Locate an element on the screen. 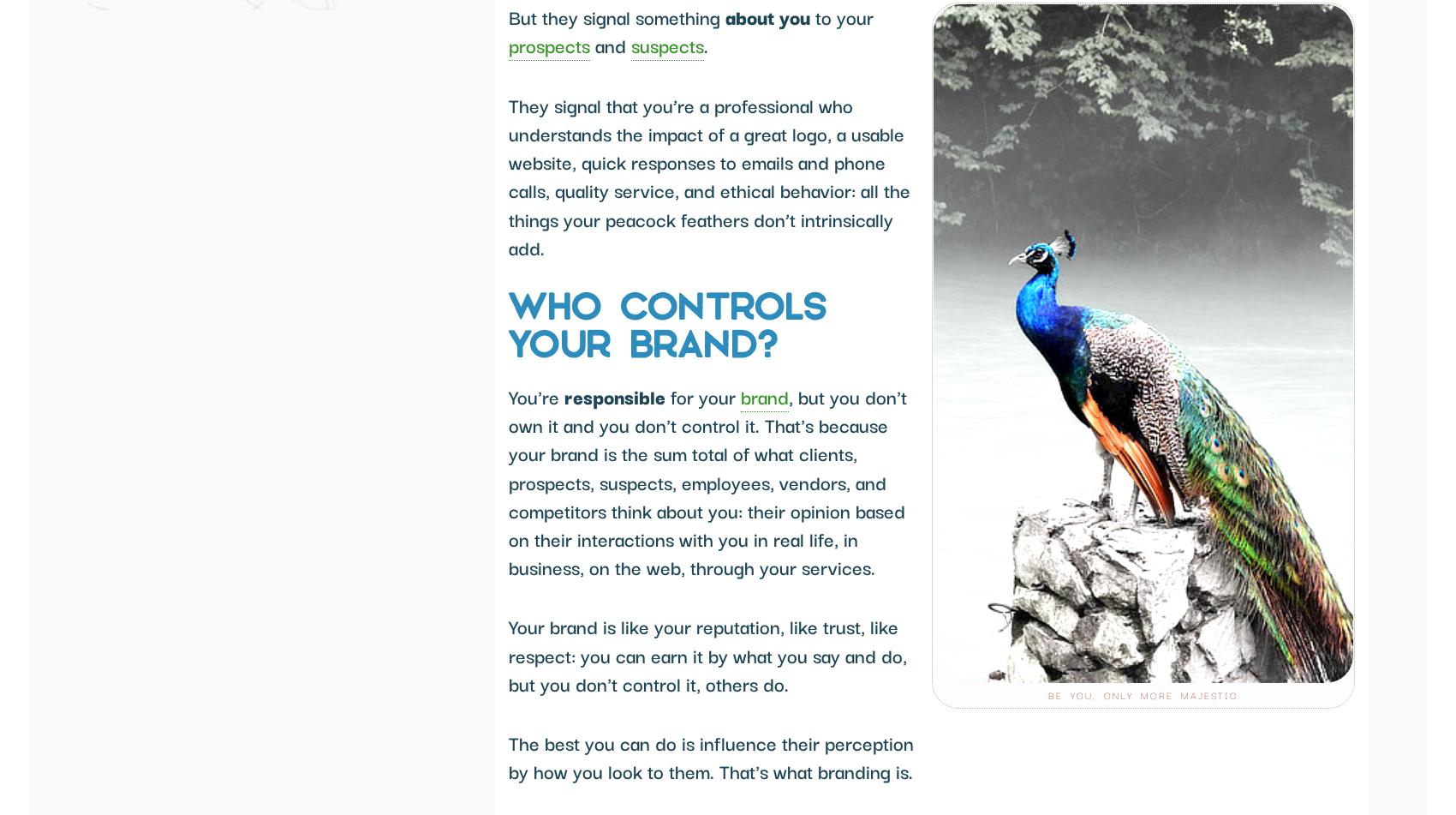 Image resolution: width=1456 pixels, height=815 pixels. 'brand' is located at coordinates (765, 395).